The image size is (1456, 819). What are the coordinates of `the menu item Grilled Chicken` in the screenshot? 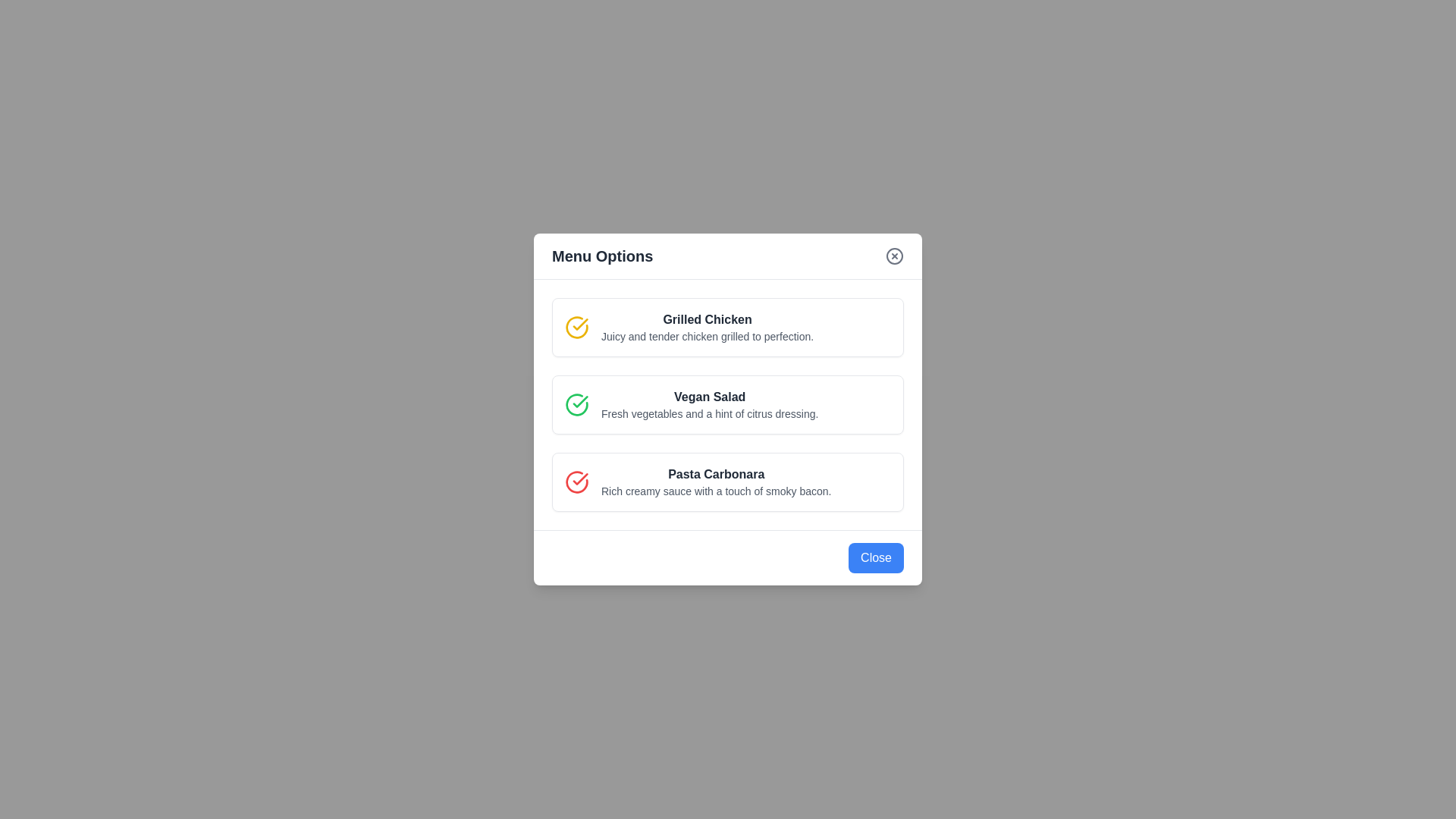 It's located at (728, 327).